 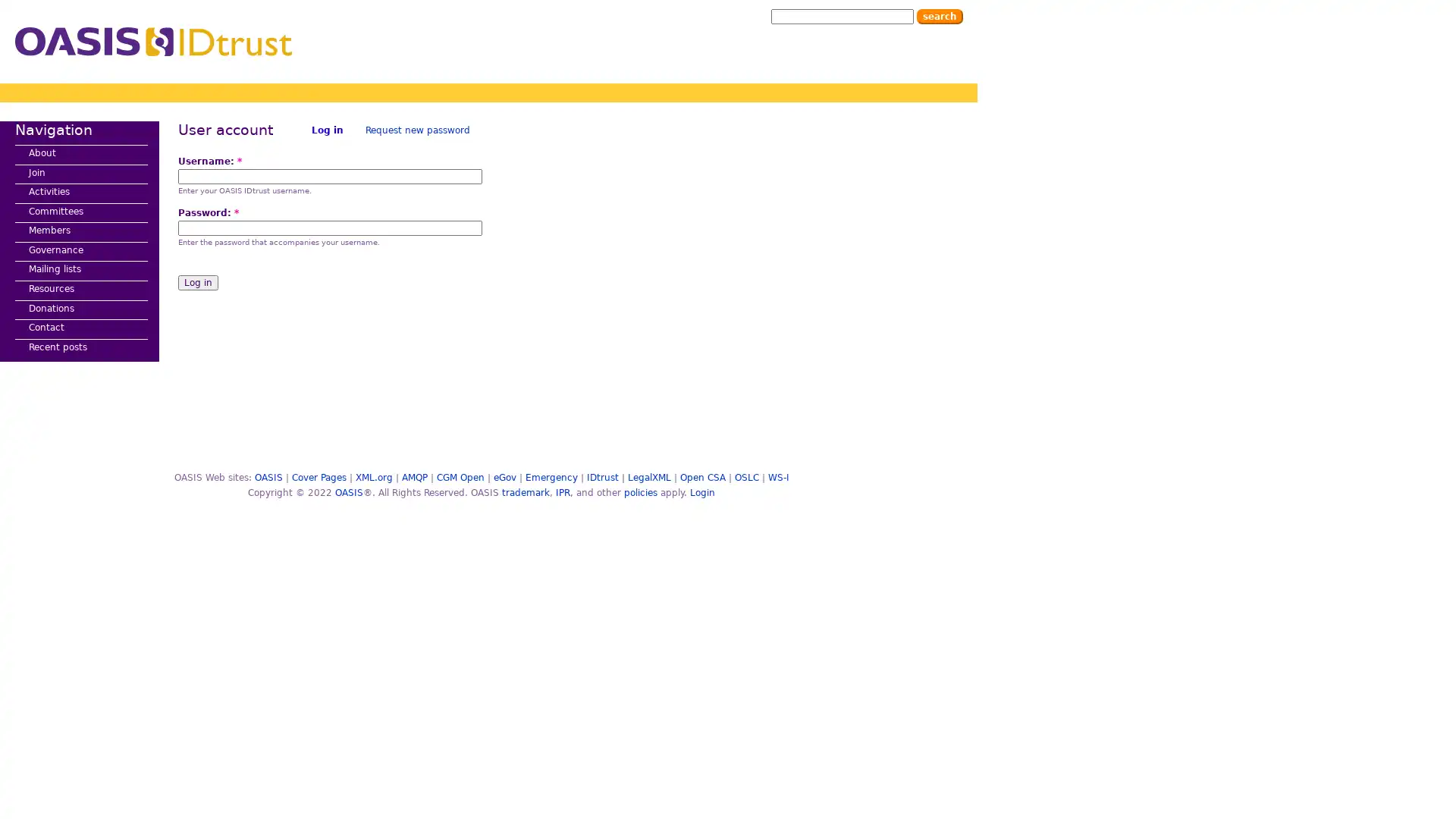 I want to click on Log in, so click(x=197, y=283).